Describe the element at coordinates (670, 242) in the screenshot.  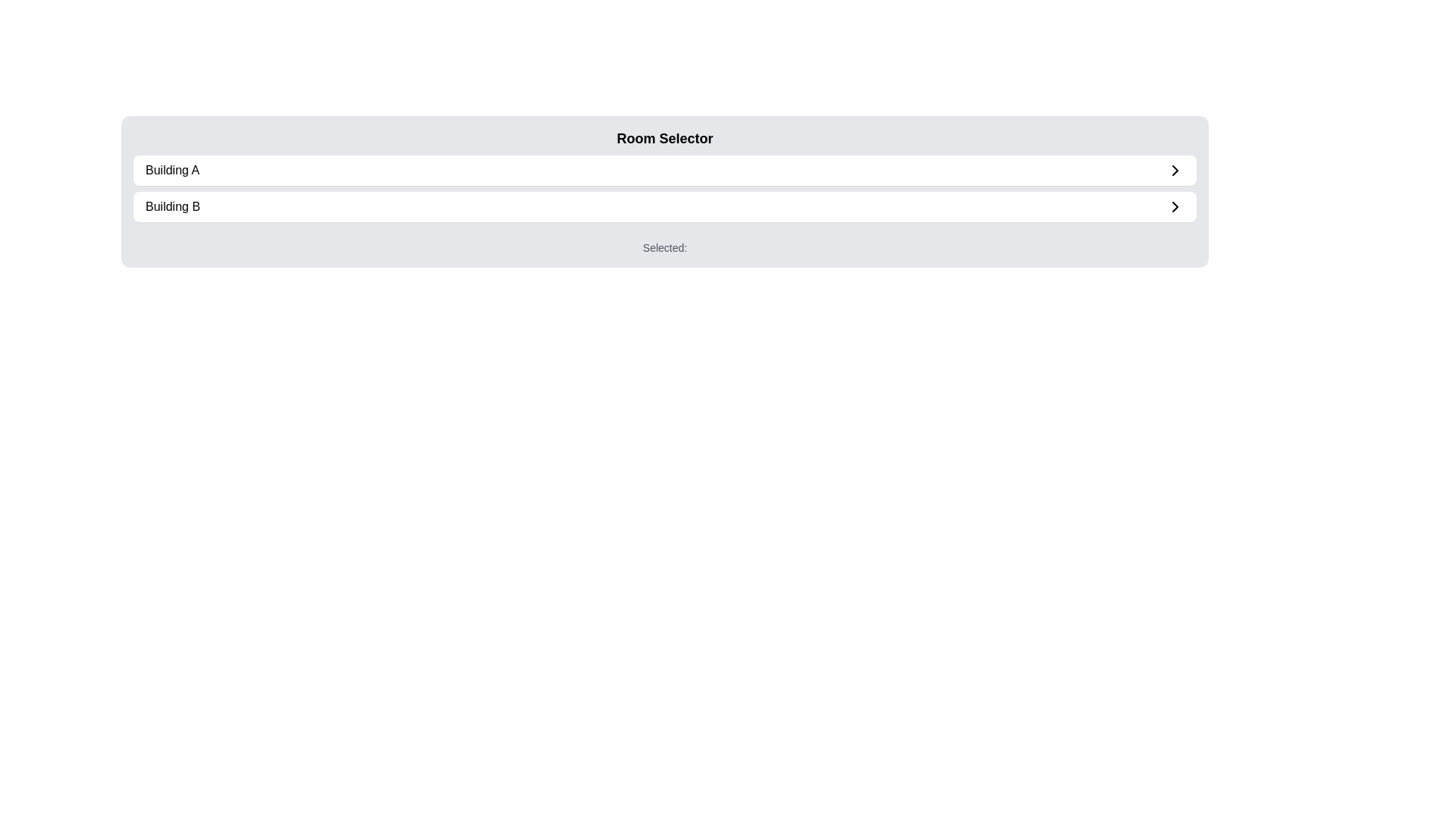
I see `displayed text from the Label or Text Display located beneath the 'Room Selector' heading, which shows the current selection or prompt for a selection` at that location.